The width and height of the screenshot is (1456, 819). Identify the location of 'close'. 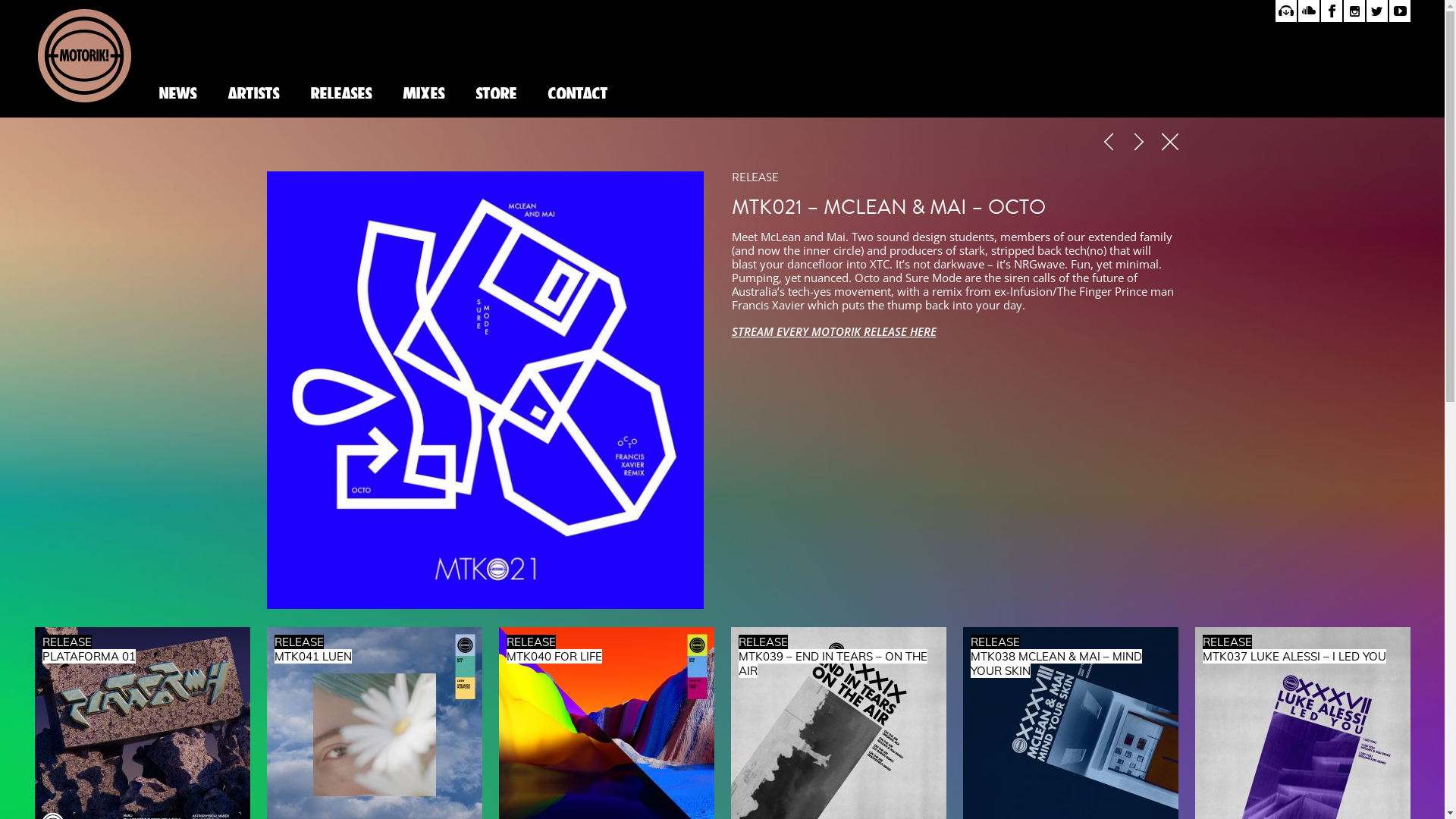
(1160, 143).